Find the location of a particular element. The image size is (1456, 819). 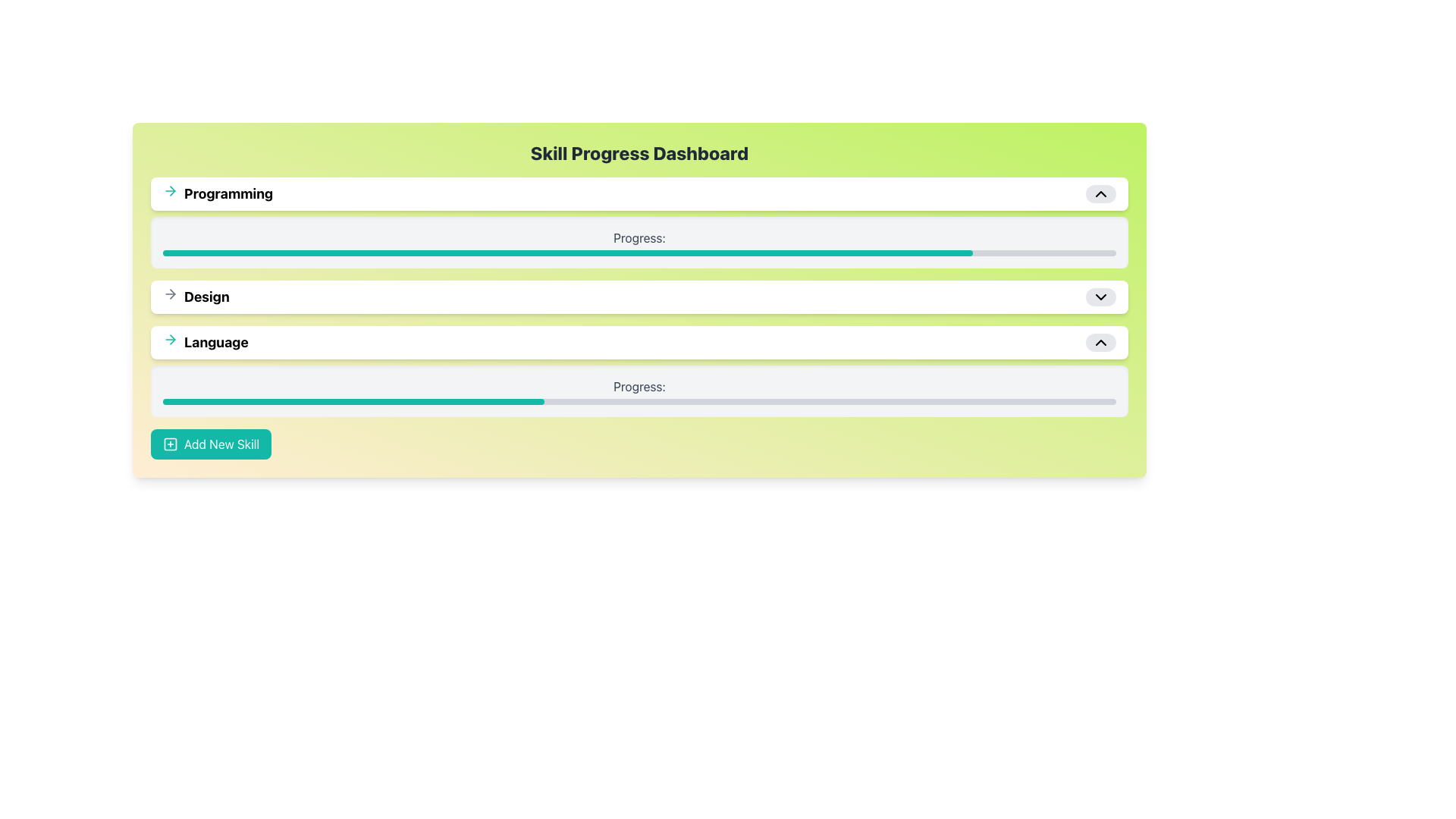

the 'Language' skill category label in the skill progress dashboard, which is the third item in a vertical stack of similar items is located at coordinates (215, 342).